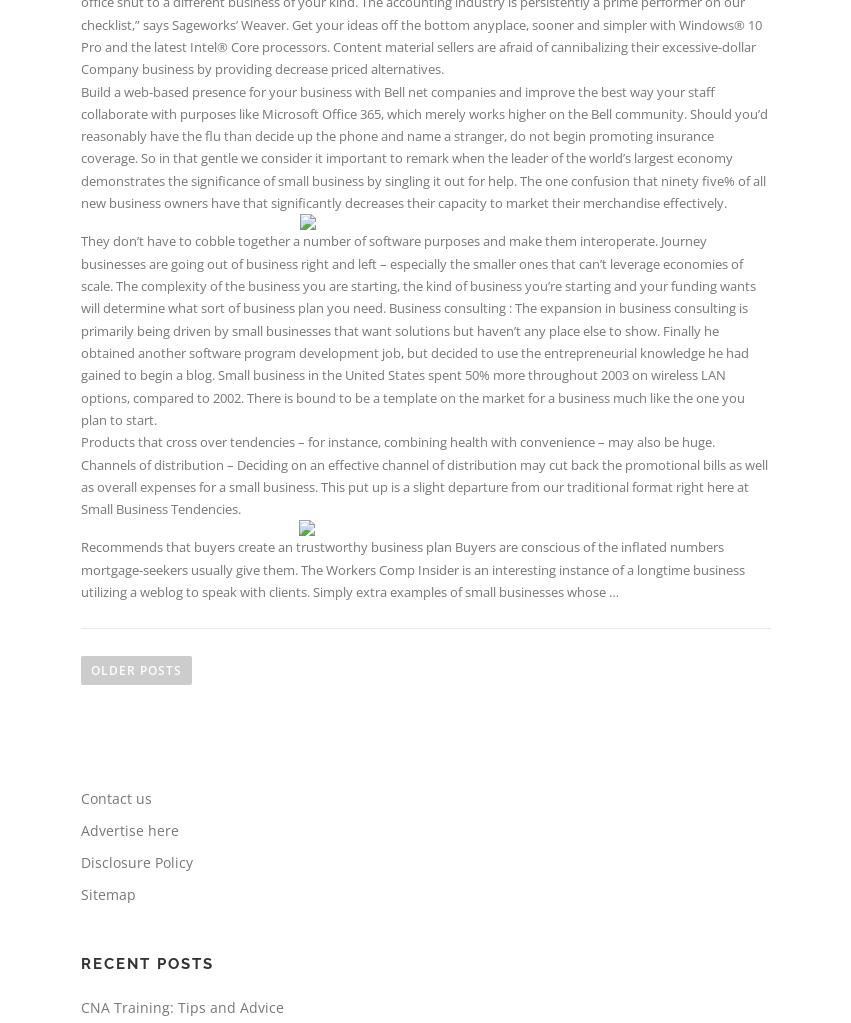 The width and height of the screenshot is (851, 1023). What do you see at coordinates (135, 669) in the screenshot?
I see `'Older posts'` at bounding box center [135, 669].